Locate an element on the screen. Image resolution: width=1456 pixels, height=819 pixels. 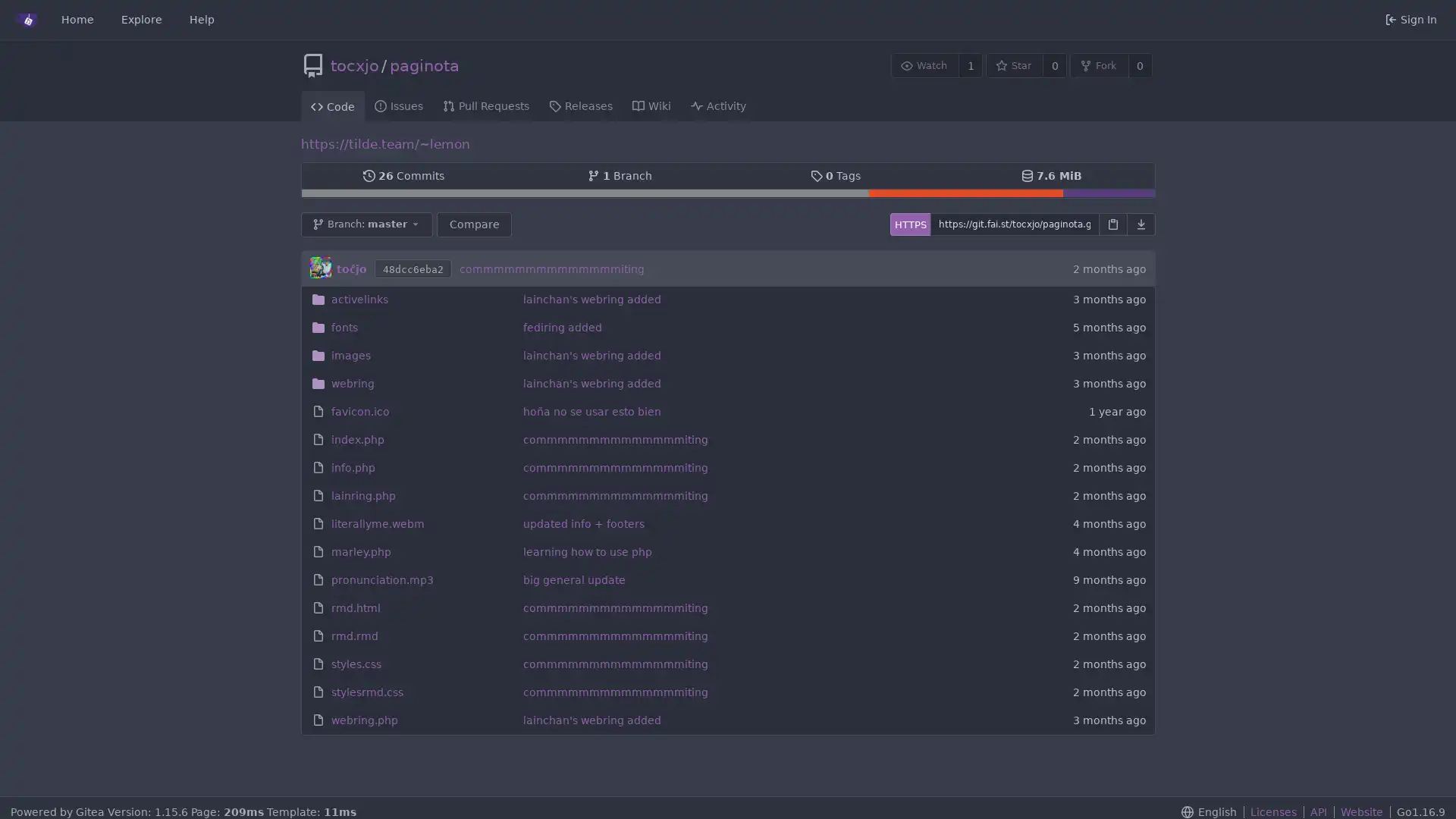
Watch is located at coordinates (924, 64).